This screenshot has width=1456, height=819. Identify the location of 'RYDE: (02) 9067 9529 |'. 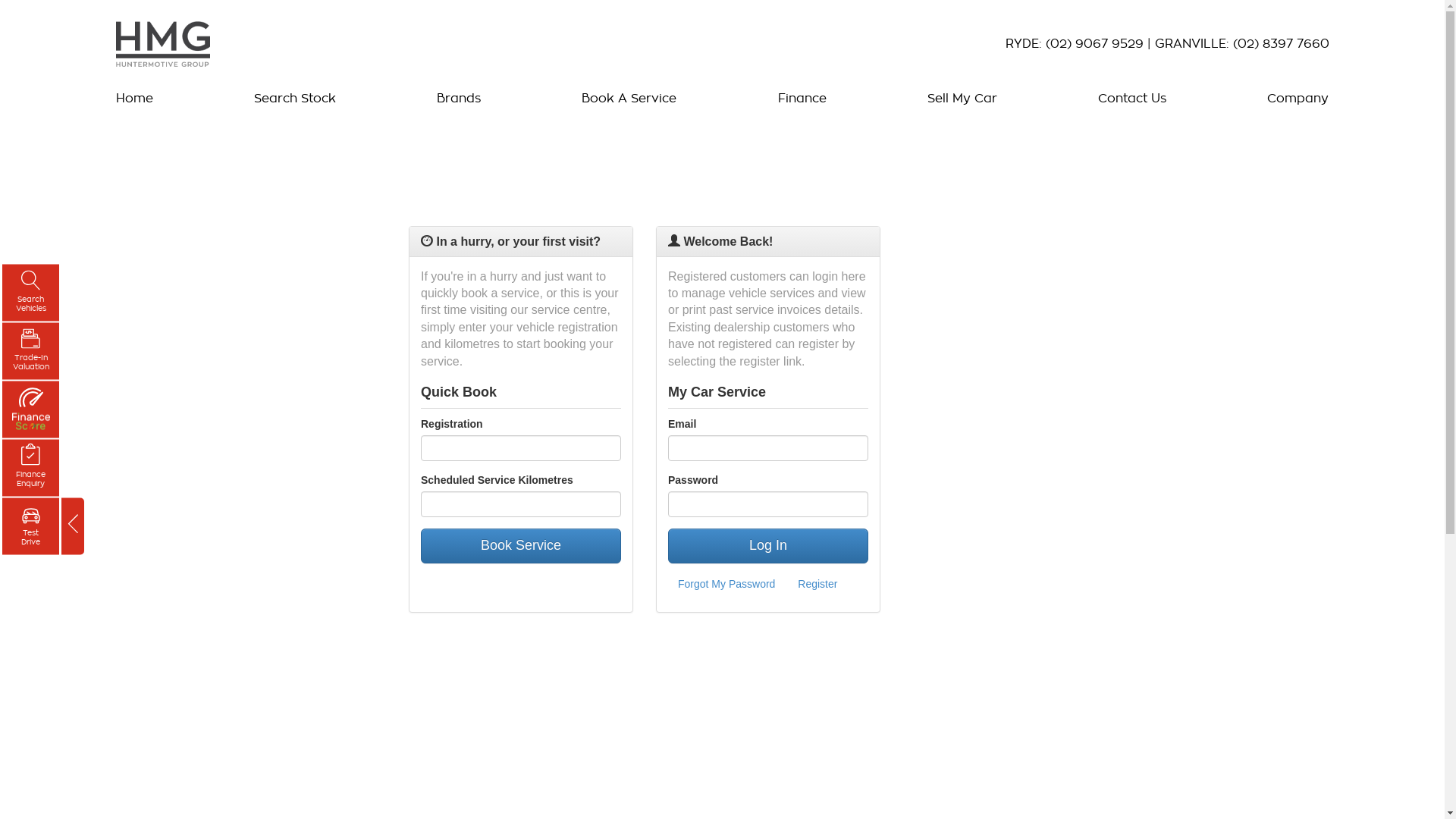
(1005, 42).